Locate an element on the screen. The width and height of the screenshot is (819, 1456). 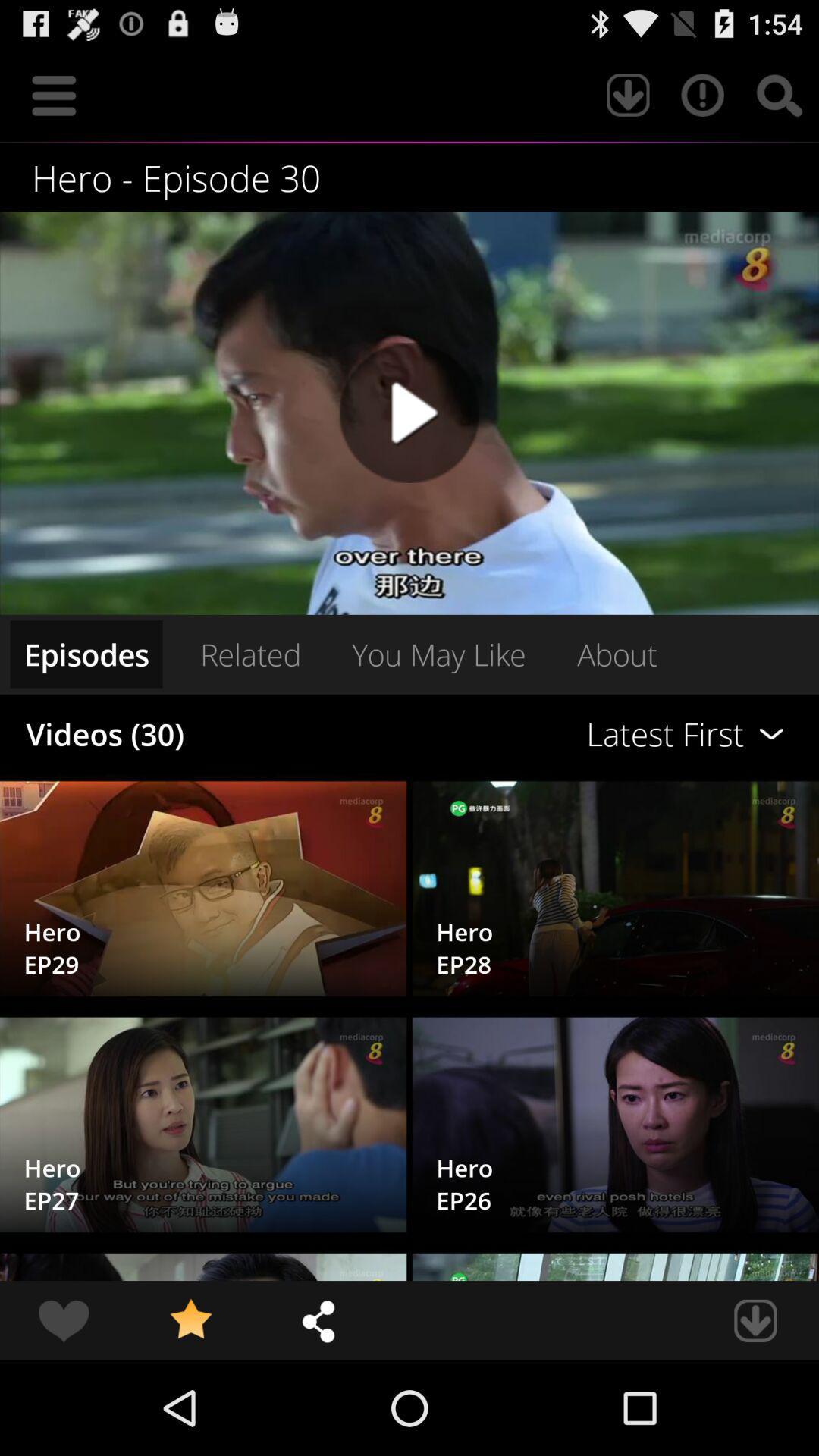
the item above hero - episode 30 item is located at coordinates (779, 94).